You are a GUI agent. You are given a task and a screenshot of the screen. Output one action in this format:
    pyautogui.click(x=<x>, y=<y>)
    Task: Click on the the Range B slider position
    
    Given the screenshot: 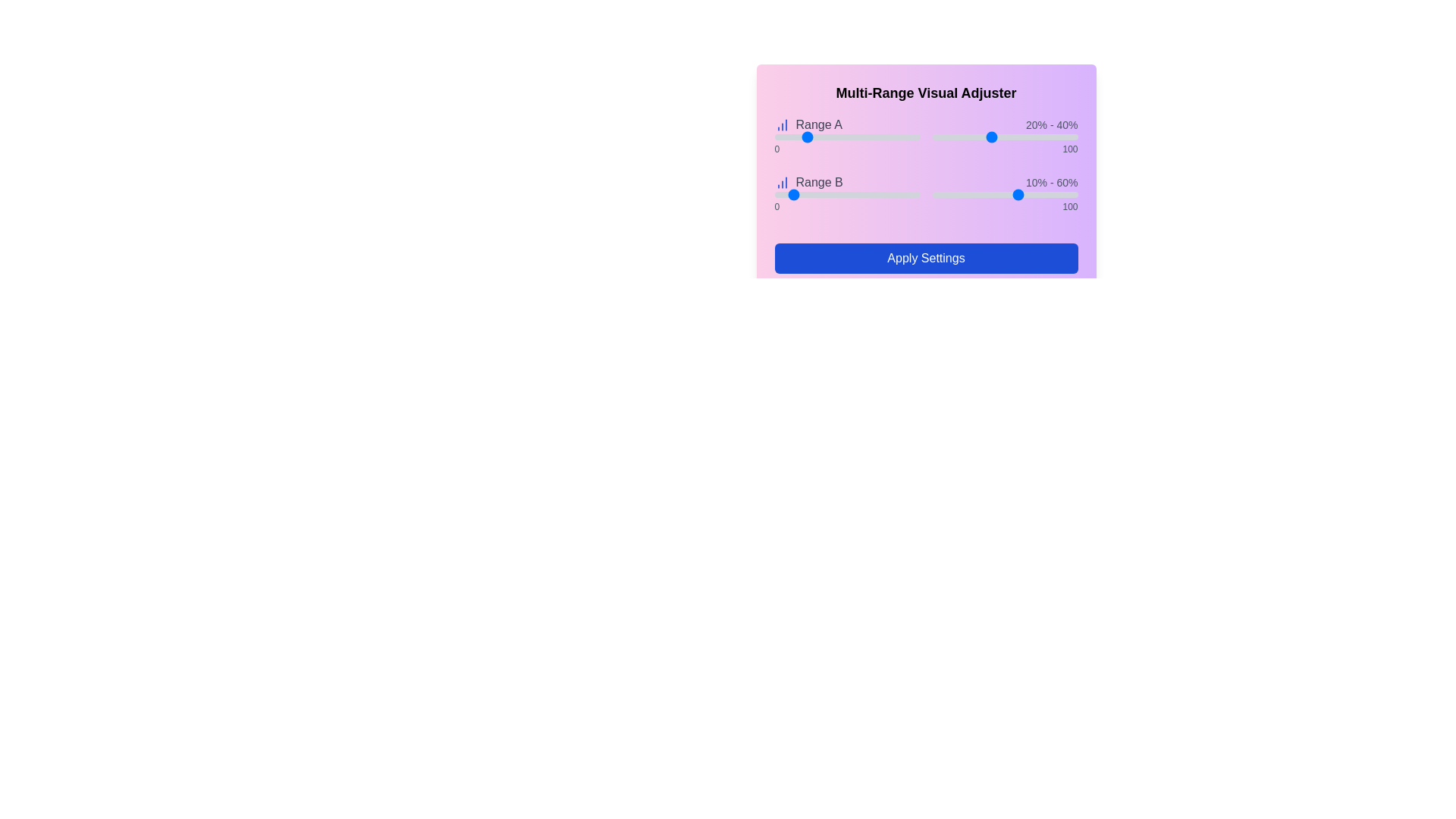 What is the action you would take?
    pyautogui.click(x=780, y=194)
    